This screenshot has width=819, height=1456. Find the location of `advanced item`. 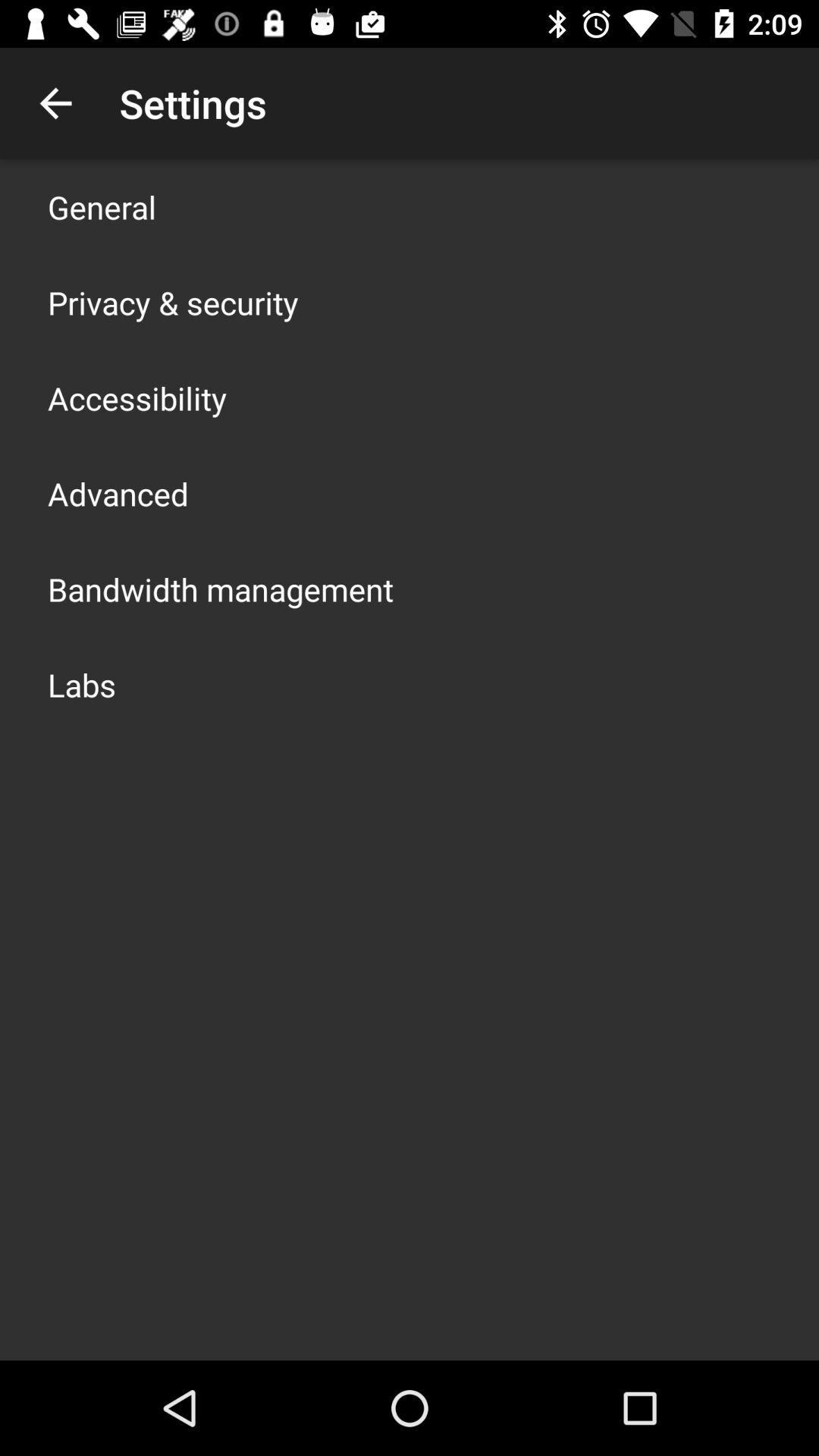

advanced item is located at coordinates (117, 494).